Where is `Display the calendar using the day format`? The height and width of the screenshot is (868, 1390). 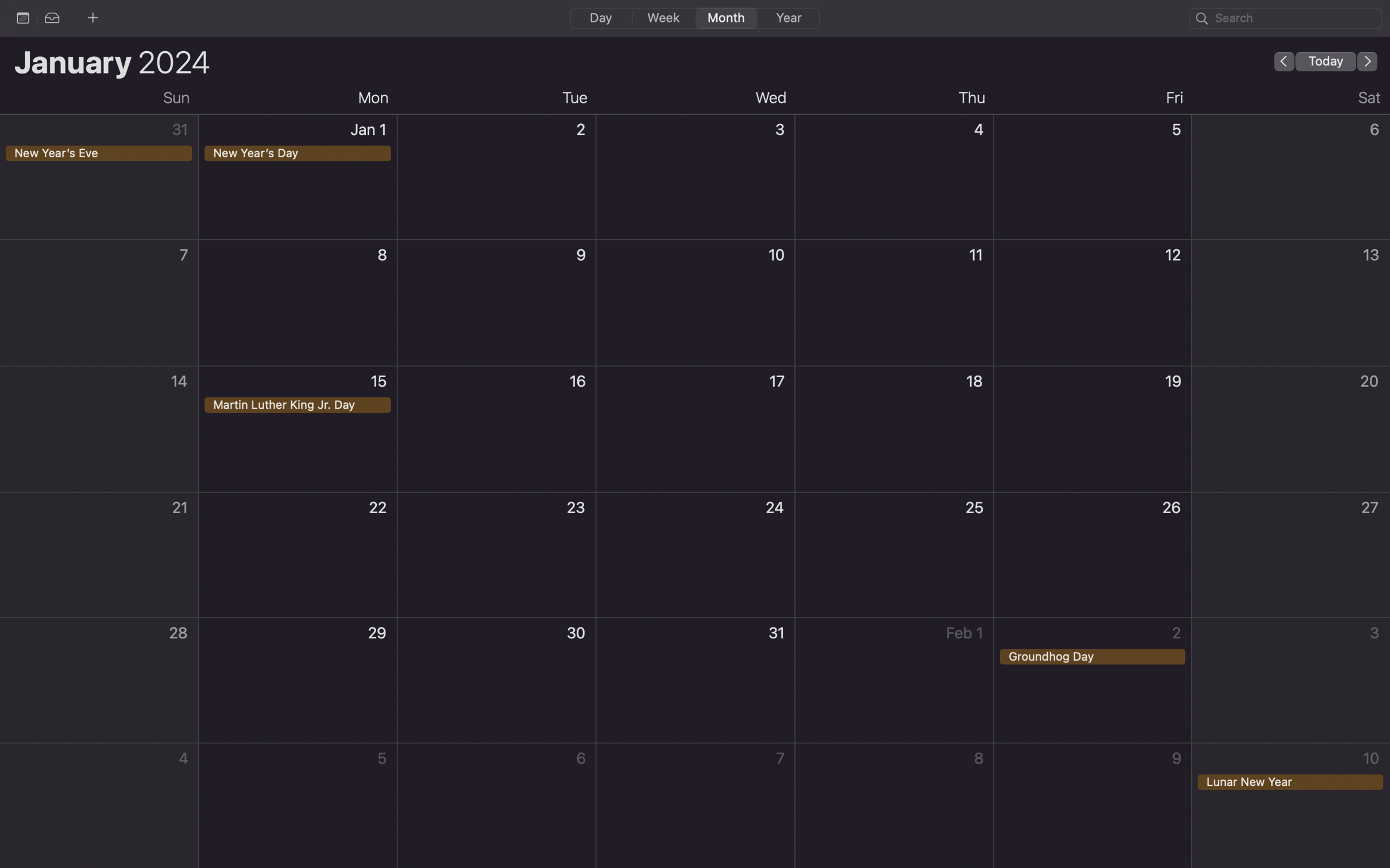
Display the calendar using the day format is located at coordinates (600, 17).